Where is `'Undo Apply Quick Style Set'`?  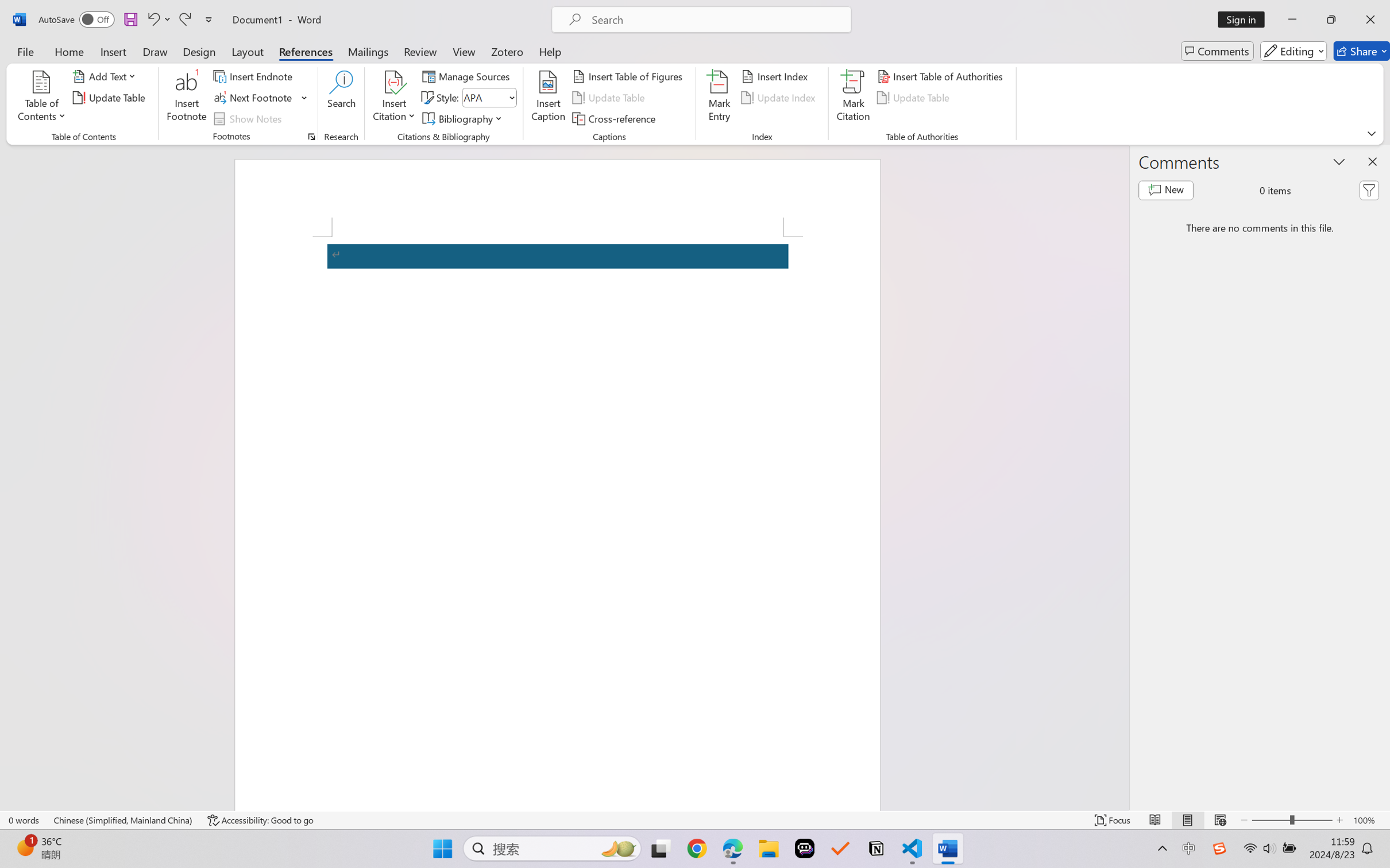
'Undo Apply Quick Style Set' is located at coordinates (152, 19).